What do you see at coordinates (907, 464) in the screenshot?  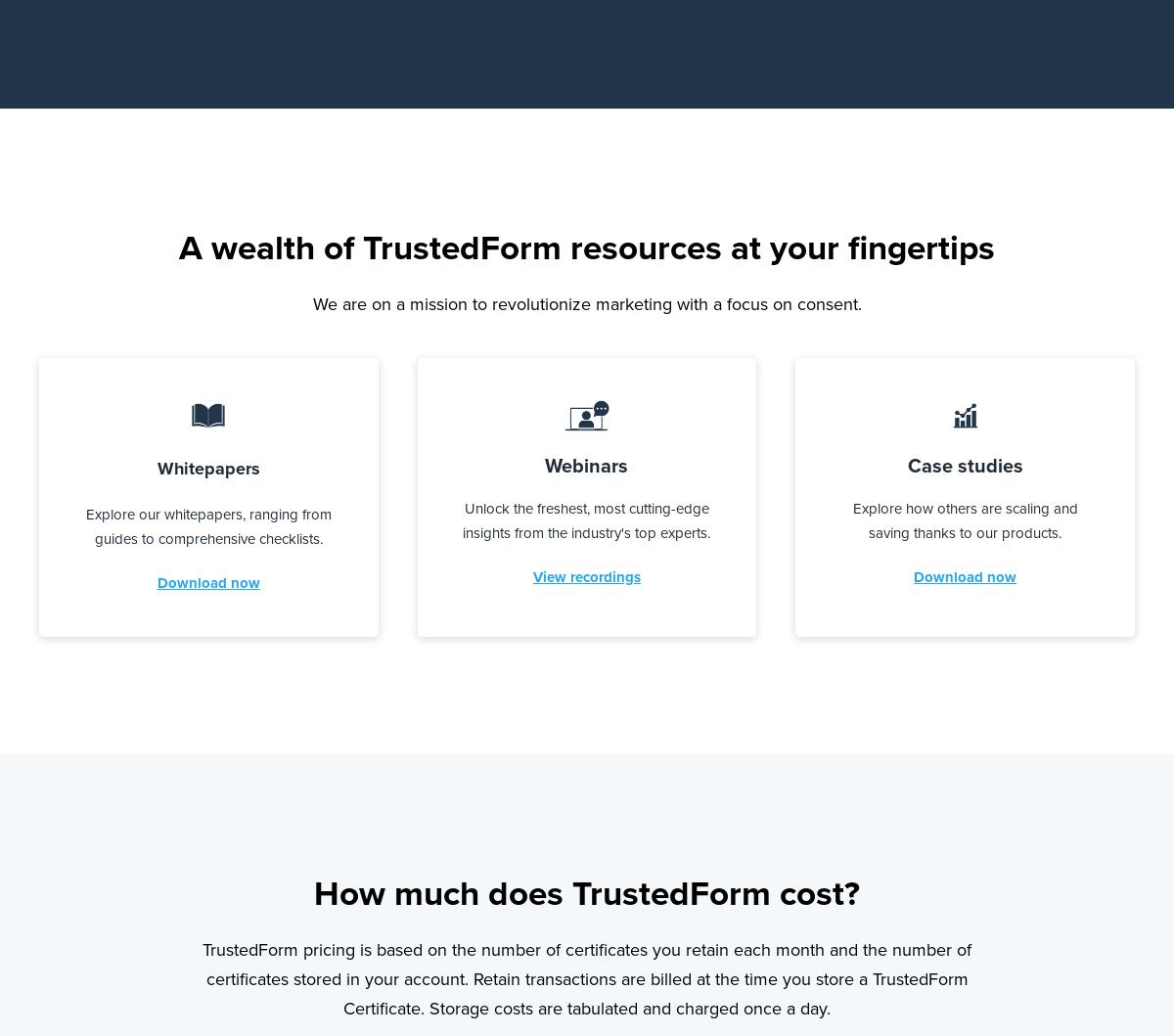 I see `'Case studies'` at bounding box center [907, 464].